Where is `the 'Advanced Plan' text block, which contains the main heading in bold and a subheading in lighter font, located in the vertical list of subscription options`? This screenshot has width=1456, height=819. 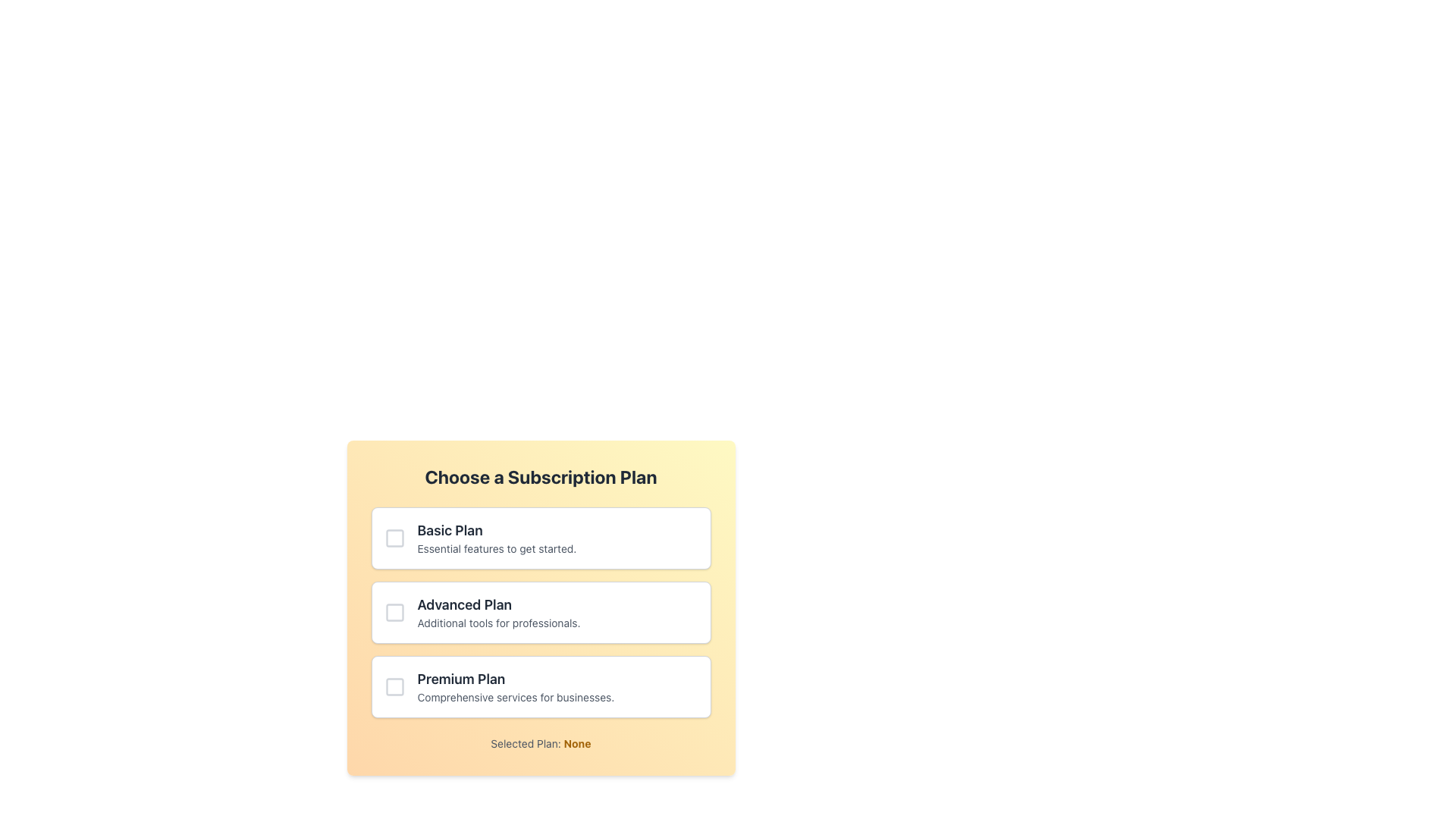 the 'Advanced Plan' text block, which contains the main heading in bold and a subheading in lighter font, located in the vertical list of subscription options is located at coordinates (557, 611).